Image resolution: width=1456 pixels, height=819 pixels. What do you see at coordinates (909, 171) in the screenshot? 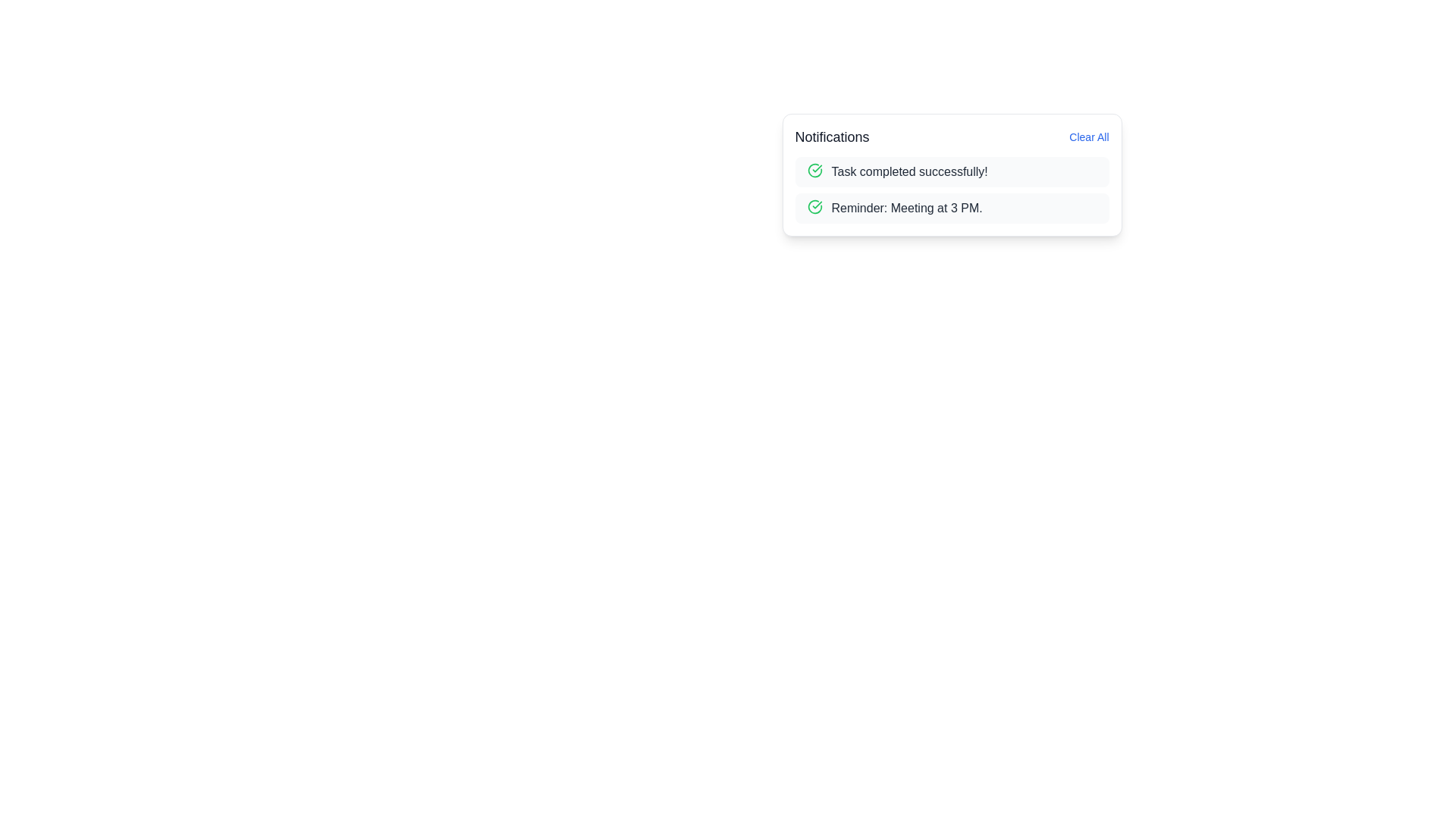
I see `the text label displaying 'Task completed successfully!' in the notification UI panel` at bounding box center [909, 171].